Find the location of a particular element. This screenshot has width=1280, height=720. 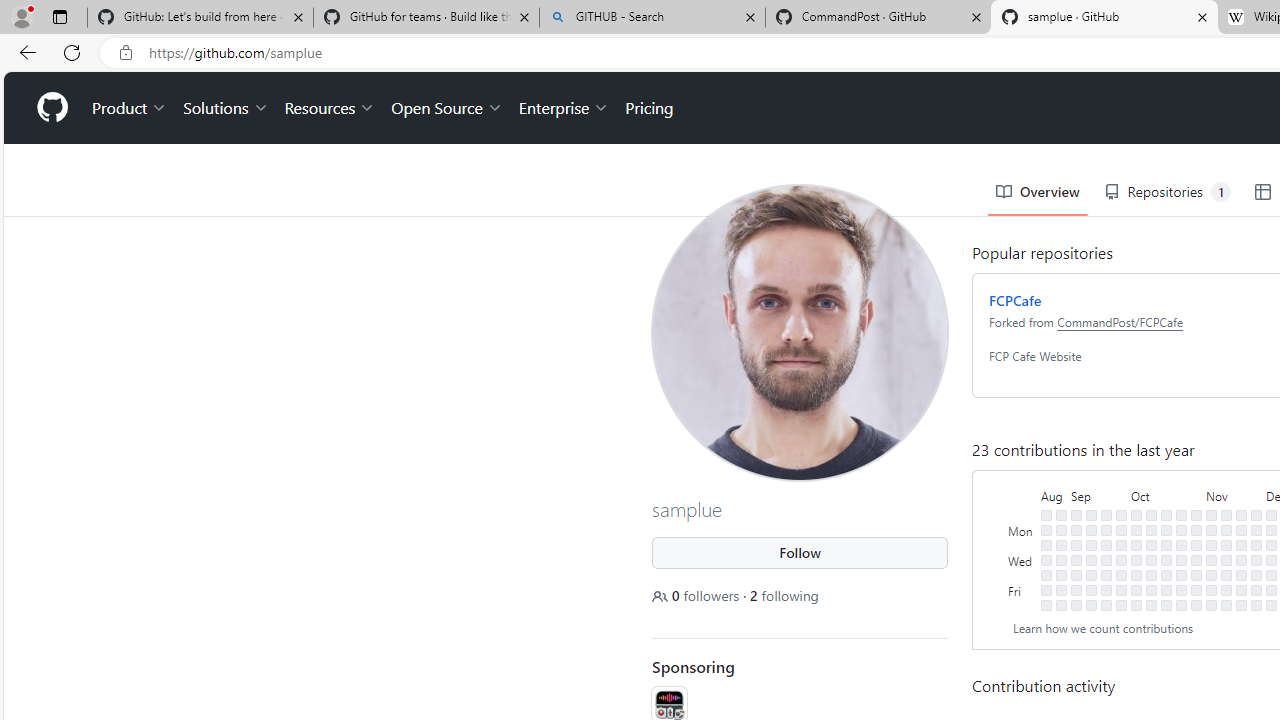

'Follow' is located at coordinates (800, 552).